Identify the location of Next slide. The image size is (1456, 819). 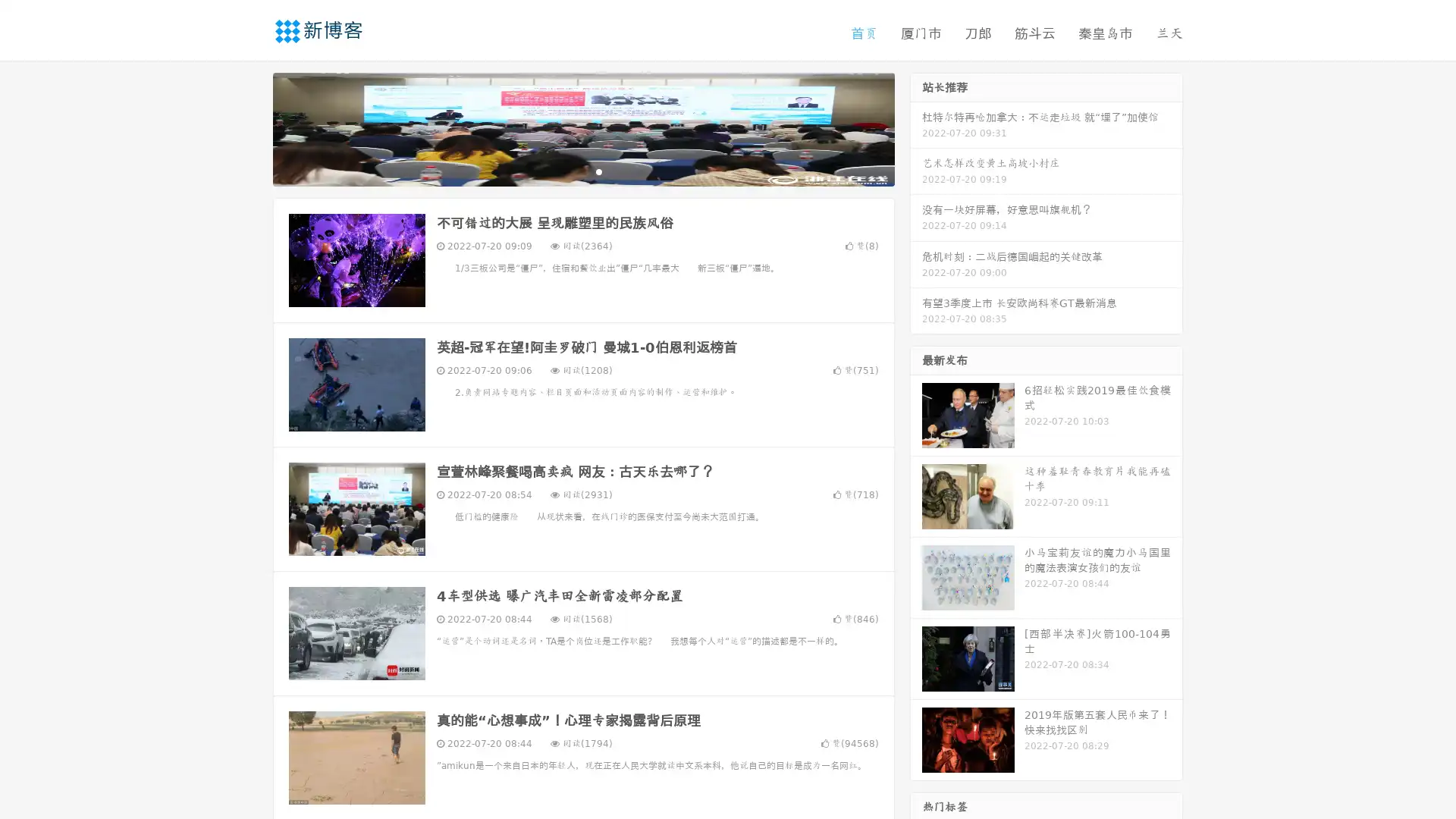
(916, 127).